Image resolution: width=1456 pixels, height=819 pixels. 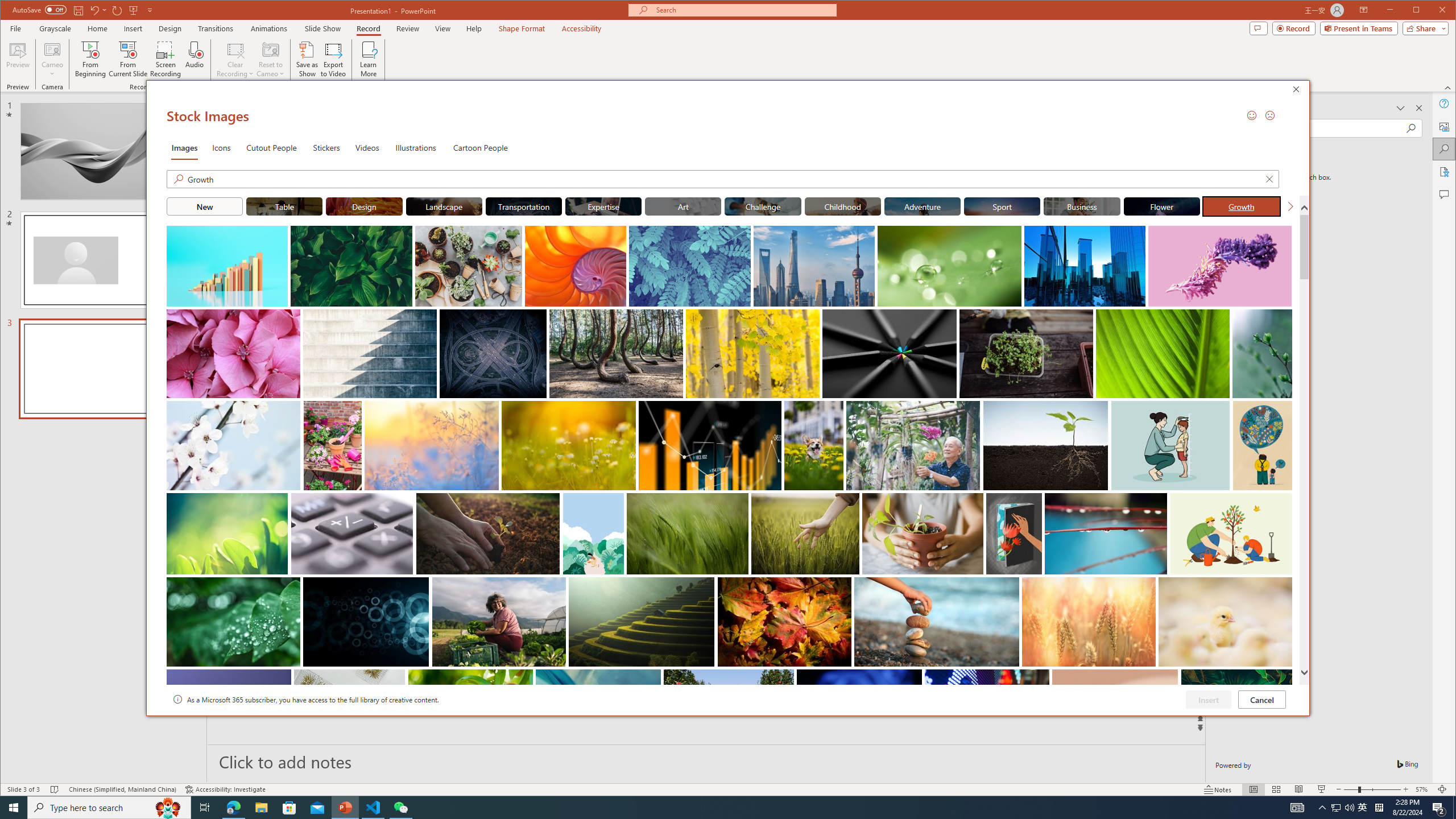 What do you see at coordinates (603, 205) in the screenshot?
I see `'"Expertise" Stock Images.'` at bounding box center [603, 205].